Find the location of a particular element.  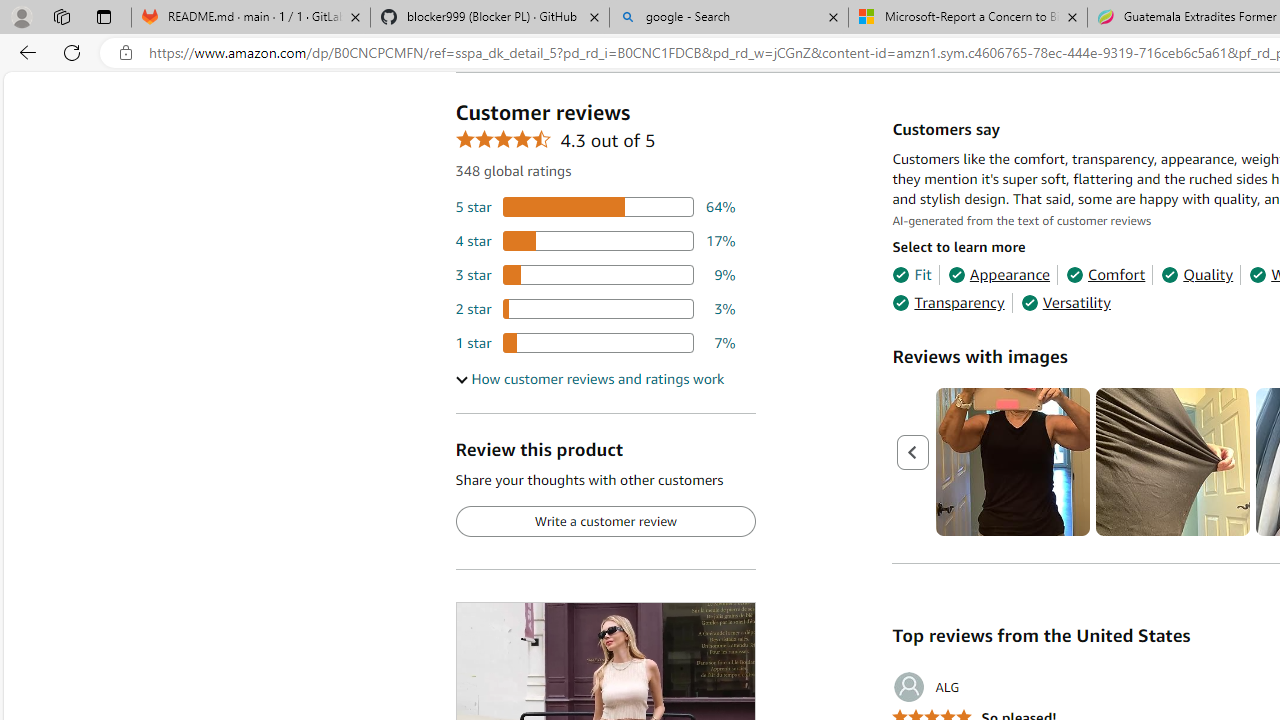

'Quality' is located at coordinates (1197, 275).